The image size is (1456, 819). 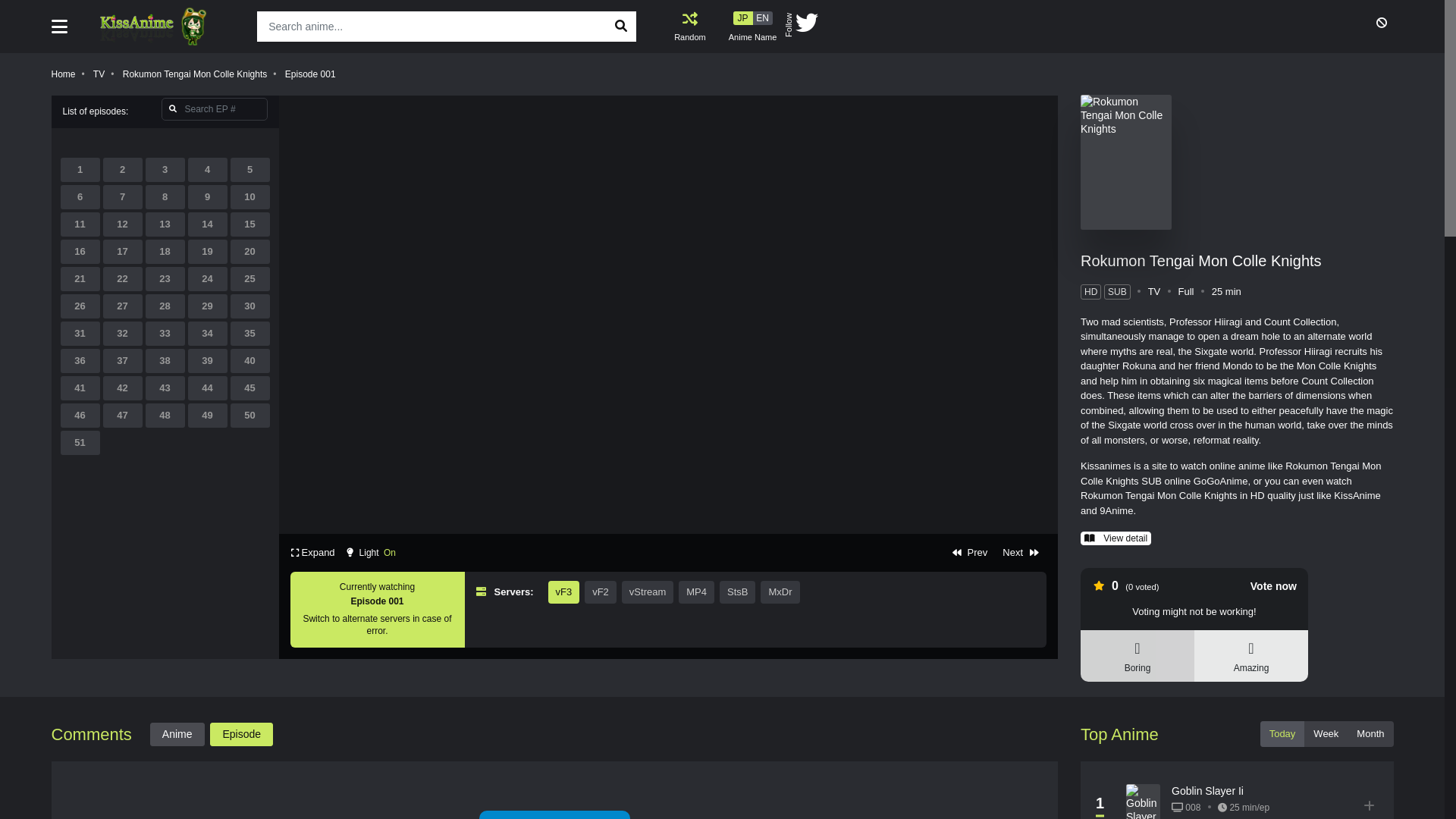 I want to click on '13', so click(x=165, y=224).